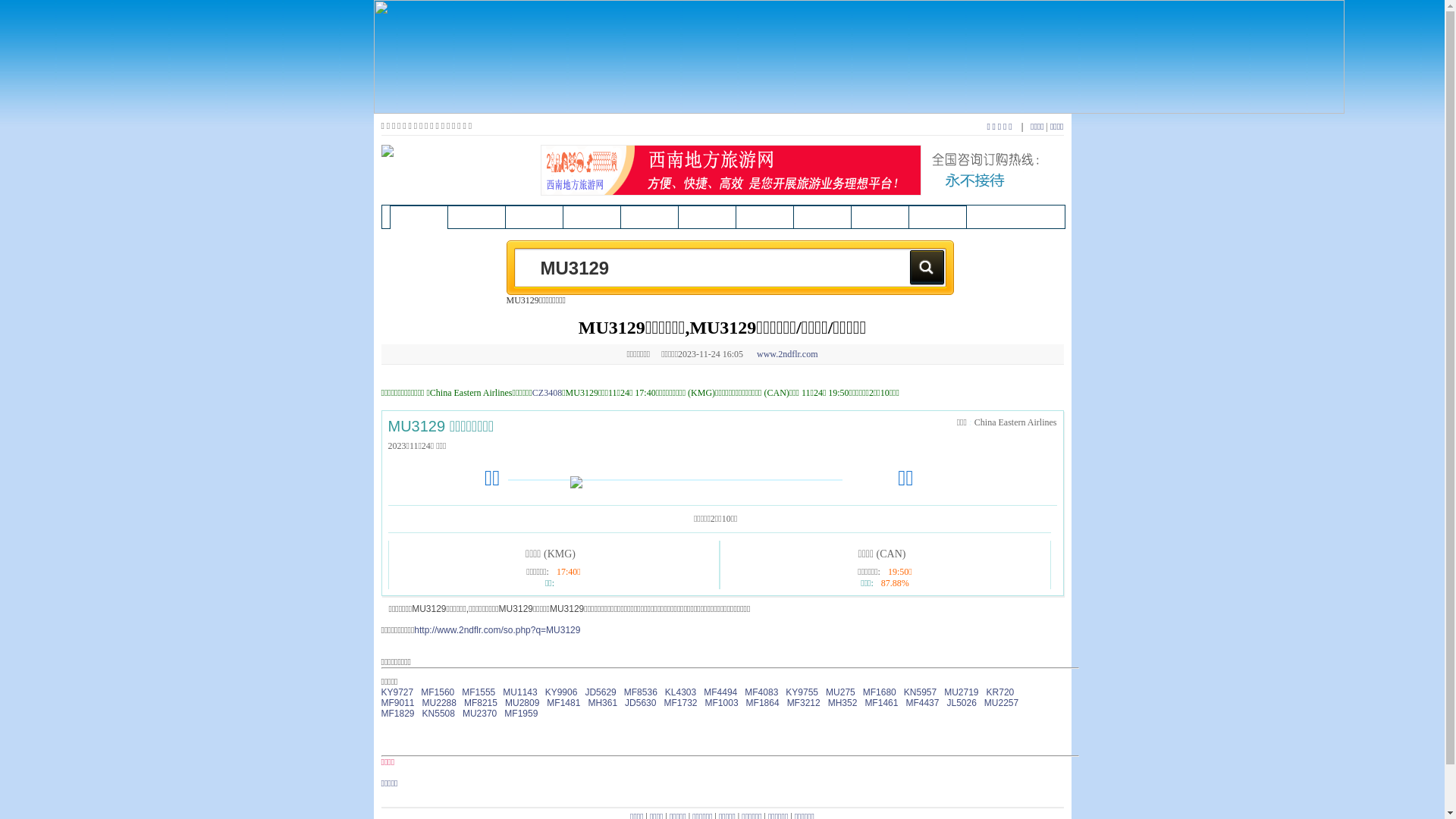 The height and width of the screenshot is (819, 1456). I want to click on 'MF9011', so click(397, 702).